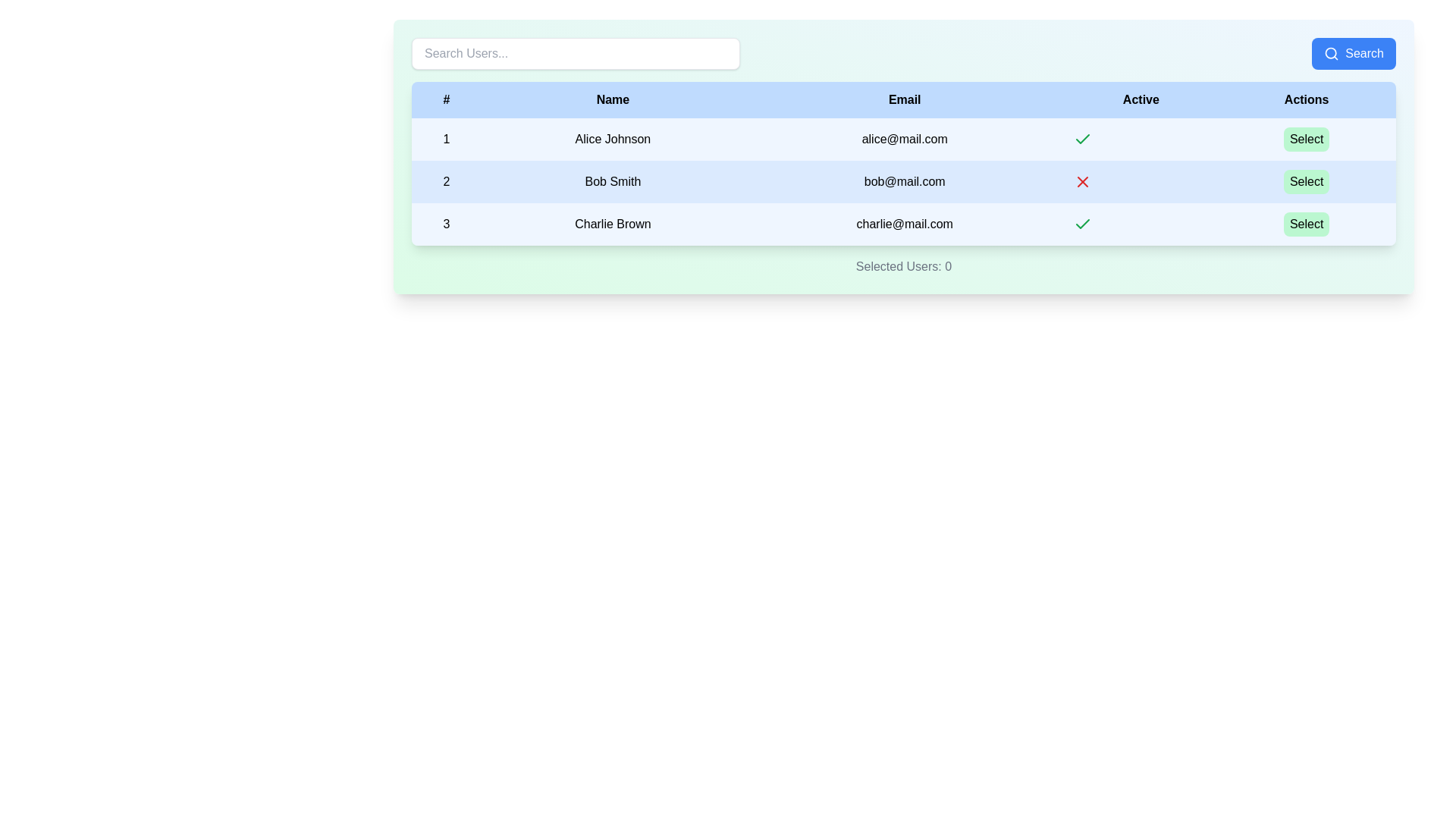  Describe the element at coordinates (1306, 224) in the screenshot. I see `the 'Select' button with a green background and rounded corners, located in the rightmost column of the third row of the table, aligned with 'Charlie Brown' and 'charlie@mail.com', to interact` at that location.